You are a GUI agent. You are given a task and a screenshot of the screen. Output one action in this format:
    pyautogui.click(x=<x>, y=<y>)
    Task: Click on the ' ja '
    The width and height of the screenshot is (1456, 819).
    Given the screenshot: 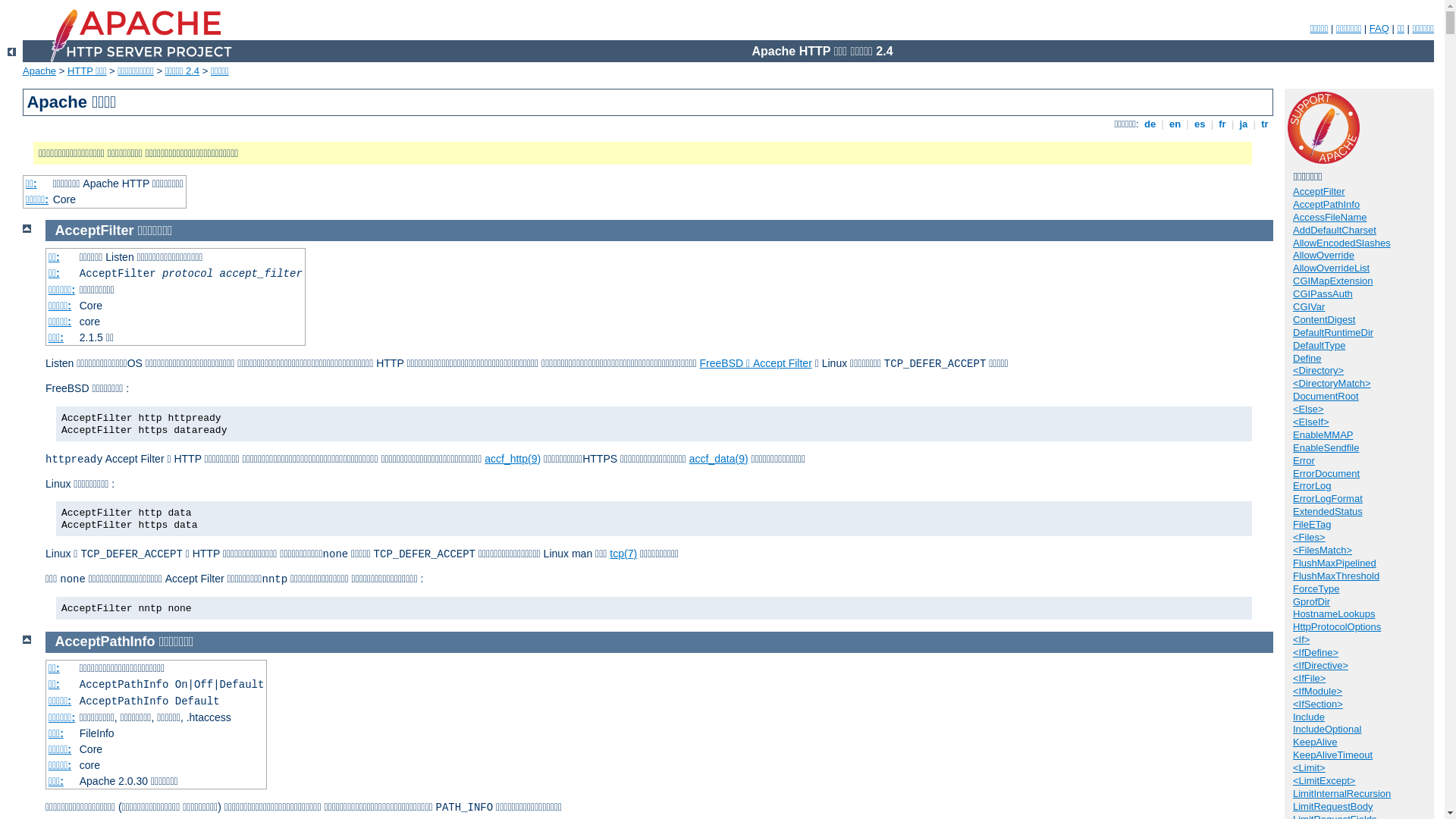 What is the action you would take?
    pyautogui.click(x=1244, y=123)
    